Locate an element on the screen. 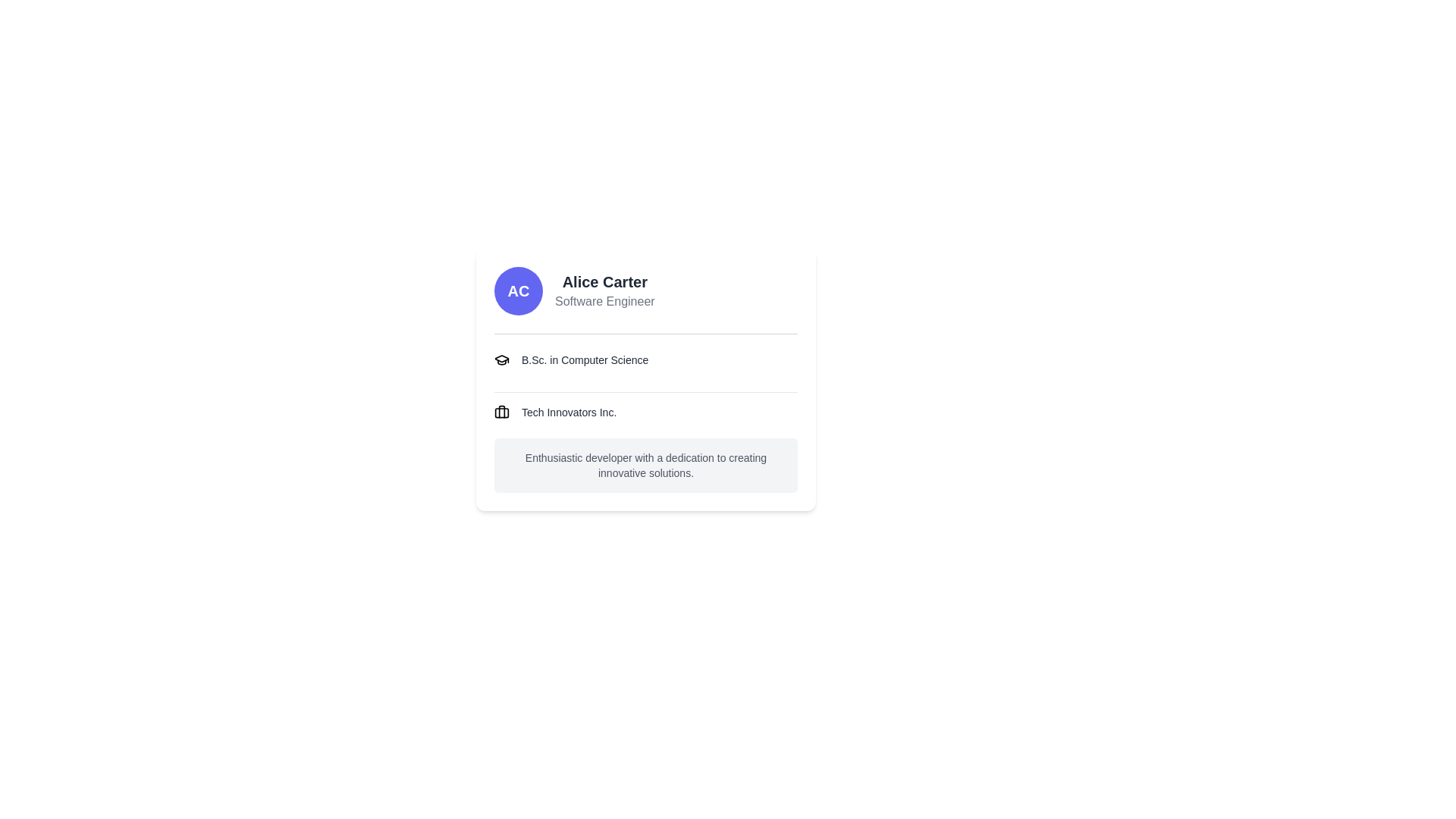  the text 'B.Sc. in Computer Science' if it has a link associated, which is positioned to the right of a graduation cap icon is located at coordinates (584, 359).